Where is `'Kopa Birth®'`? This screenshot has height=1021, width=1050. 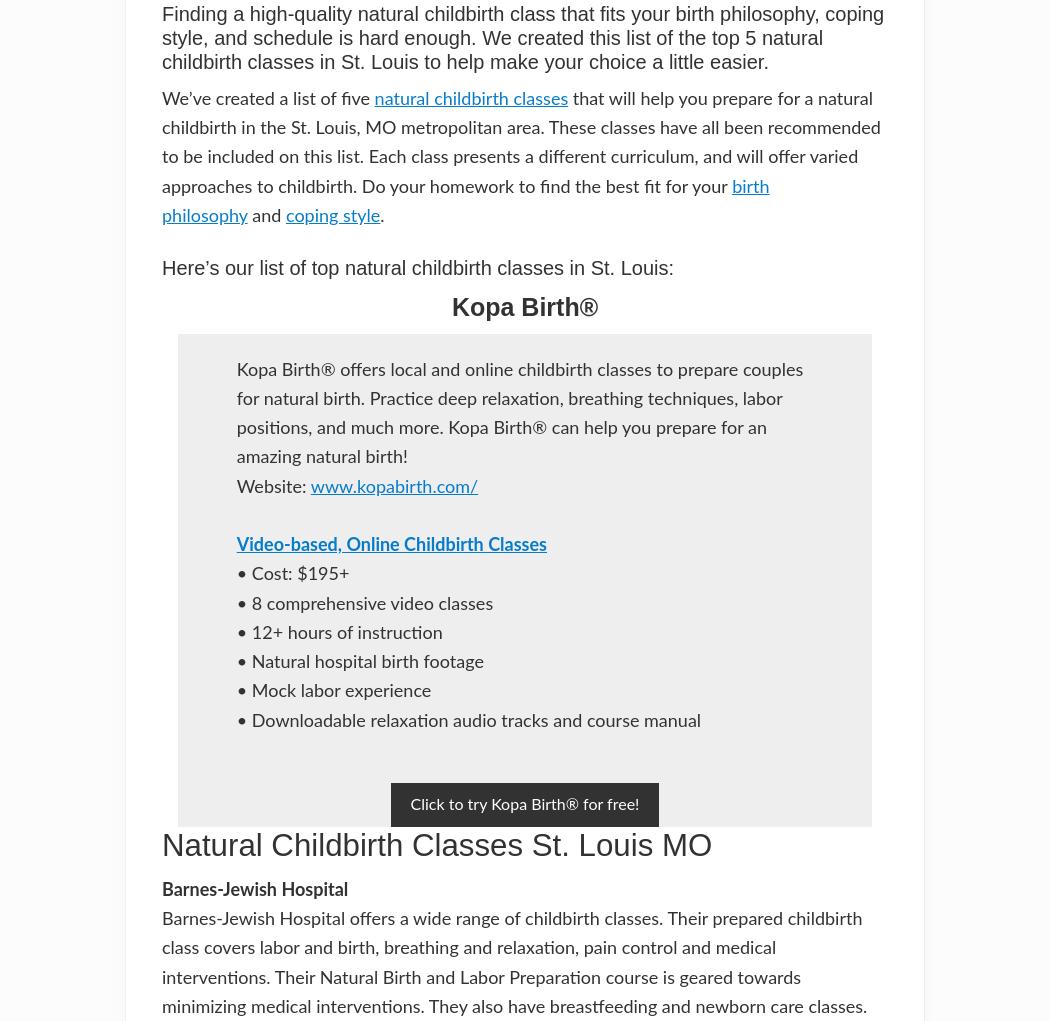
'Kopa Birth®' is located at coordinates (523, 307).